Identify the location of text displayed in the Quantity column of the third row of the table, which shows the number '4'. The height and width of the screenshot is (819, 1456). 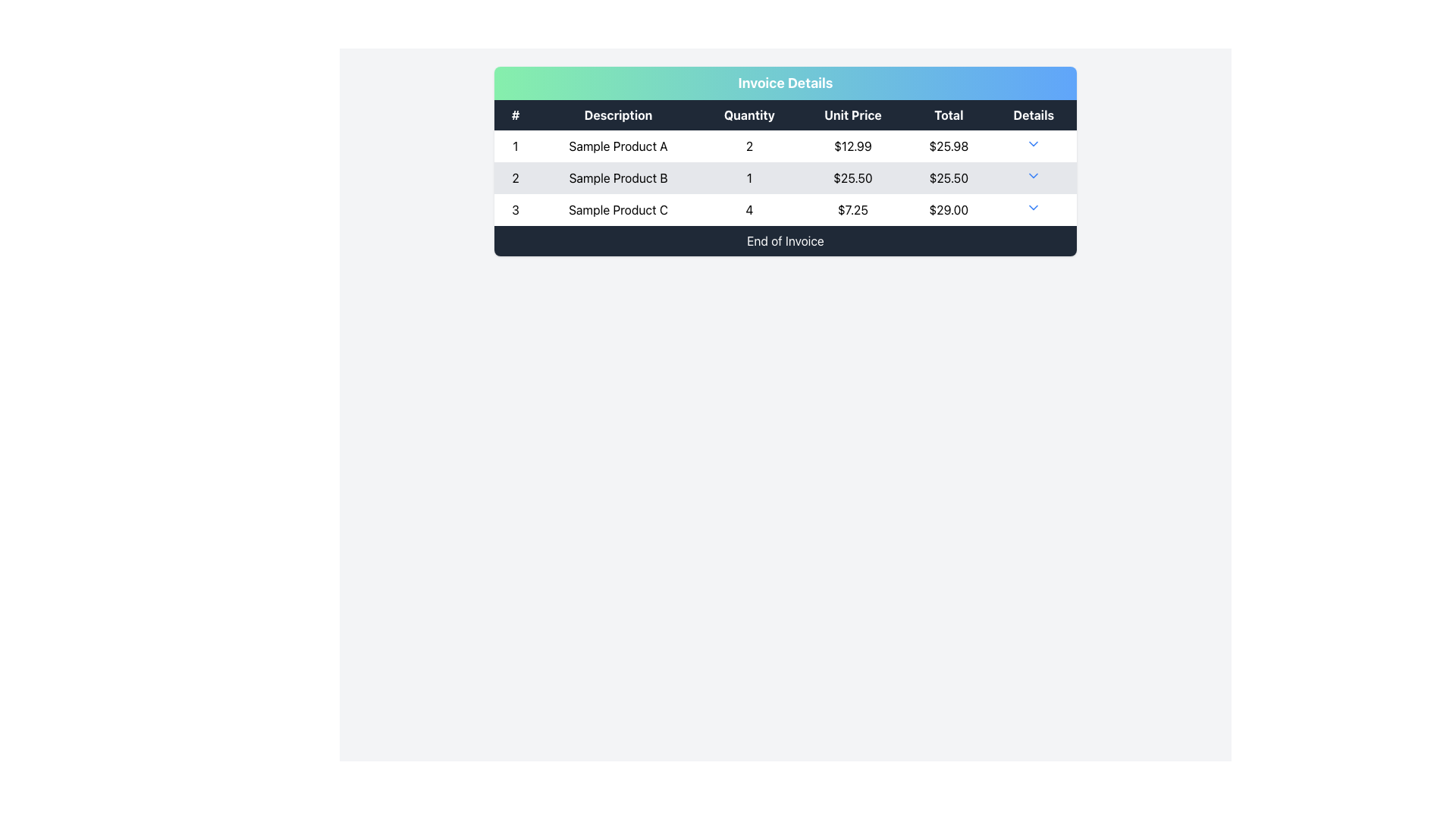
(749, 210).